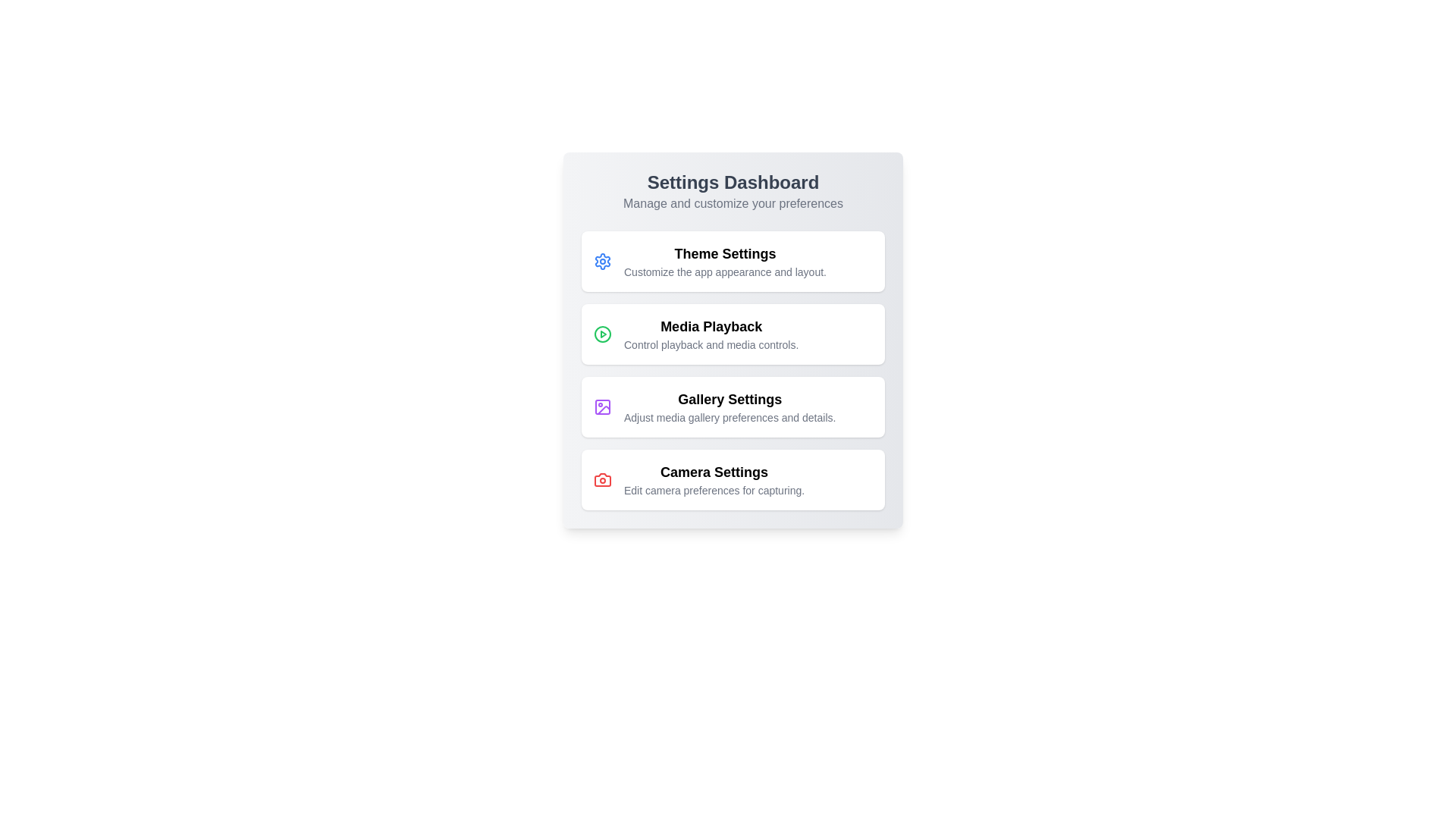 The image size is (1456, 819). What do you see at coordinates (602, 333) in the screenshot?
I see `the circular outline surrounding the play icon in the Media Playback section` at bounding box center [602, 333].